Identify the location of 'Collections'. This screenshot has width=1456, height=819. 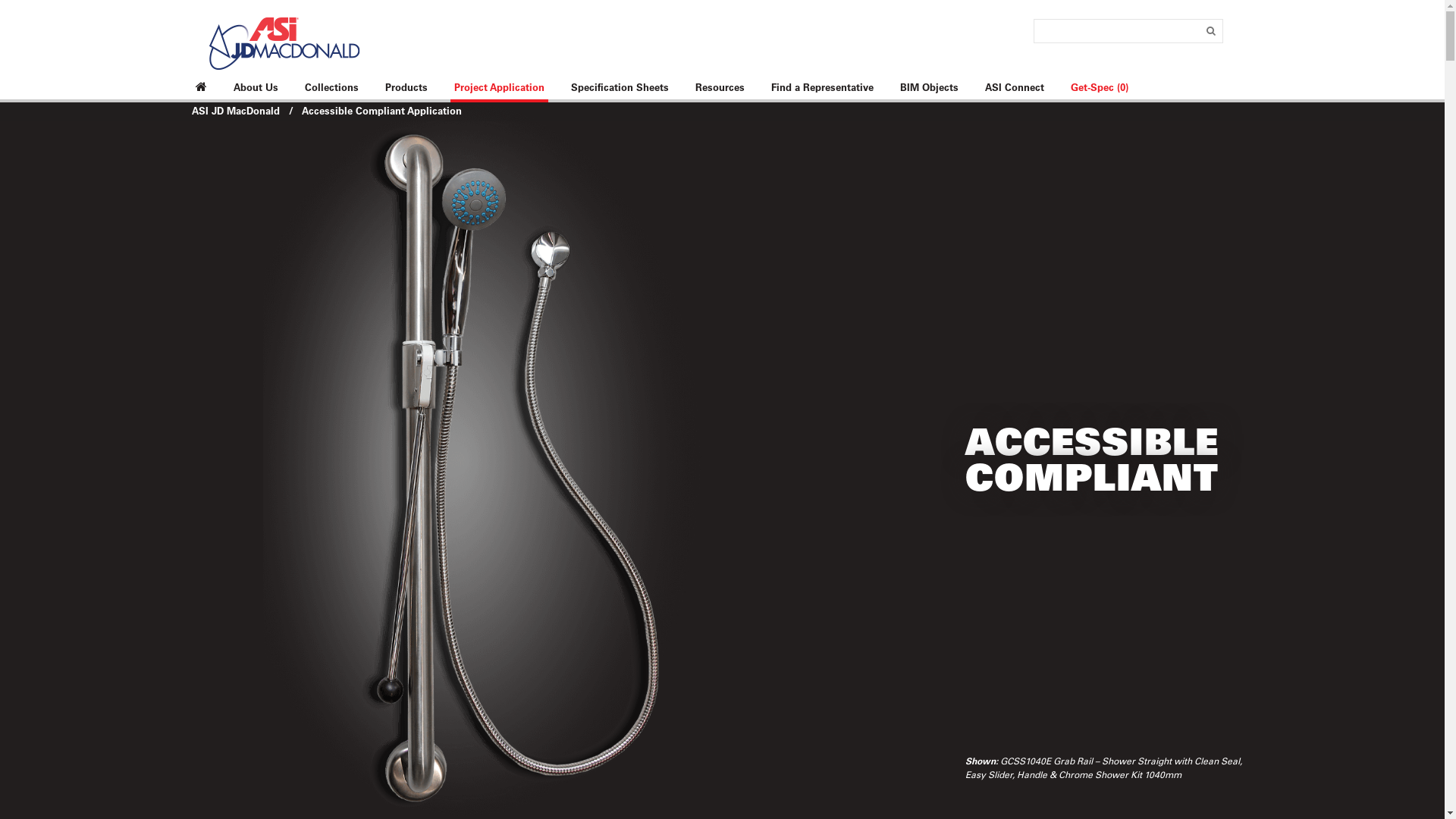
(330, 87).